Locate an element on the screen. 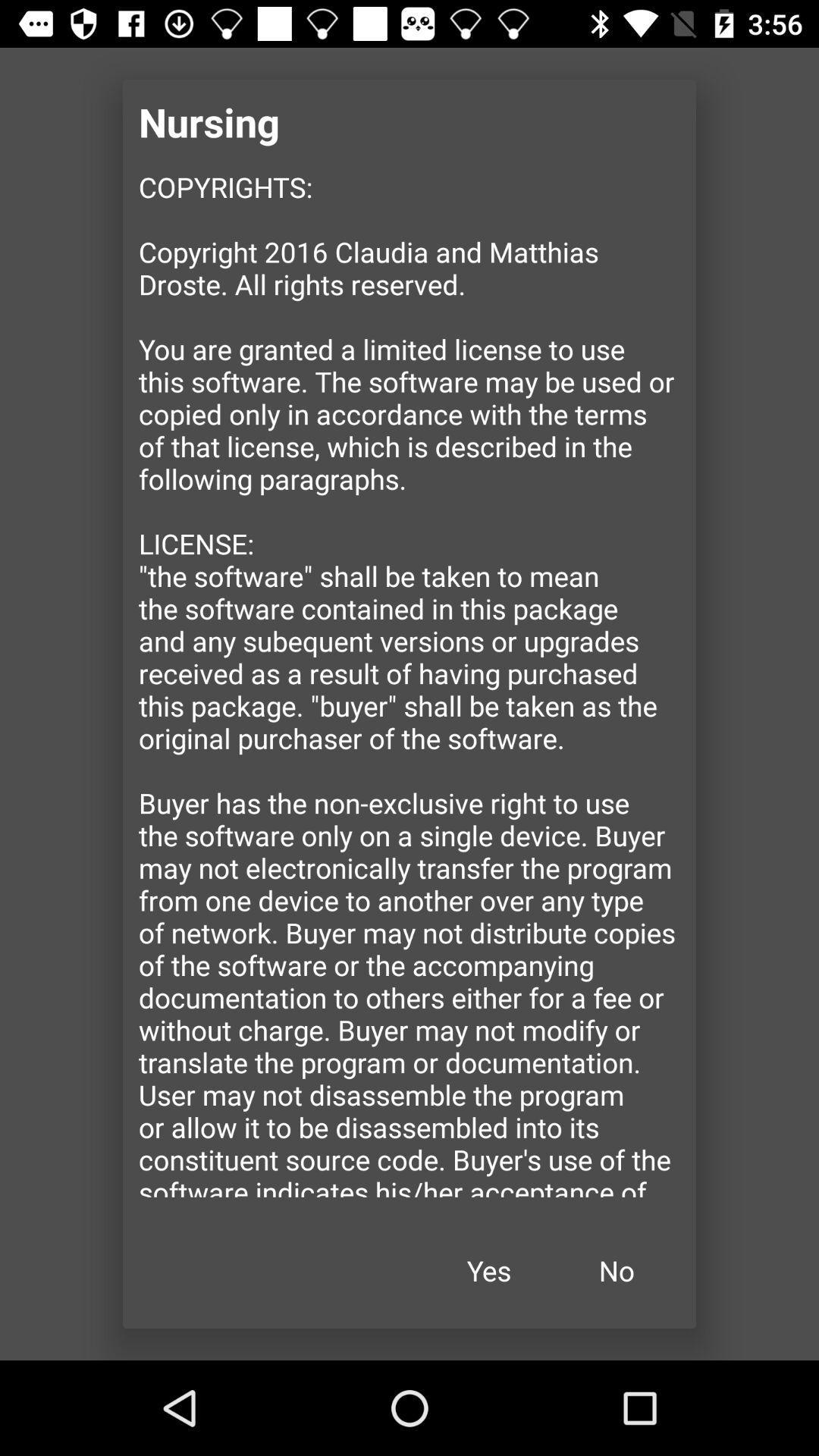 The image size is (819, 1456). icon to the left of no icon is located at coordinates (488, 1270).